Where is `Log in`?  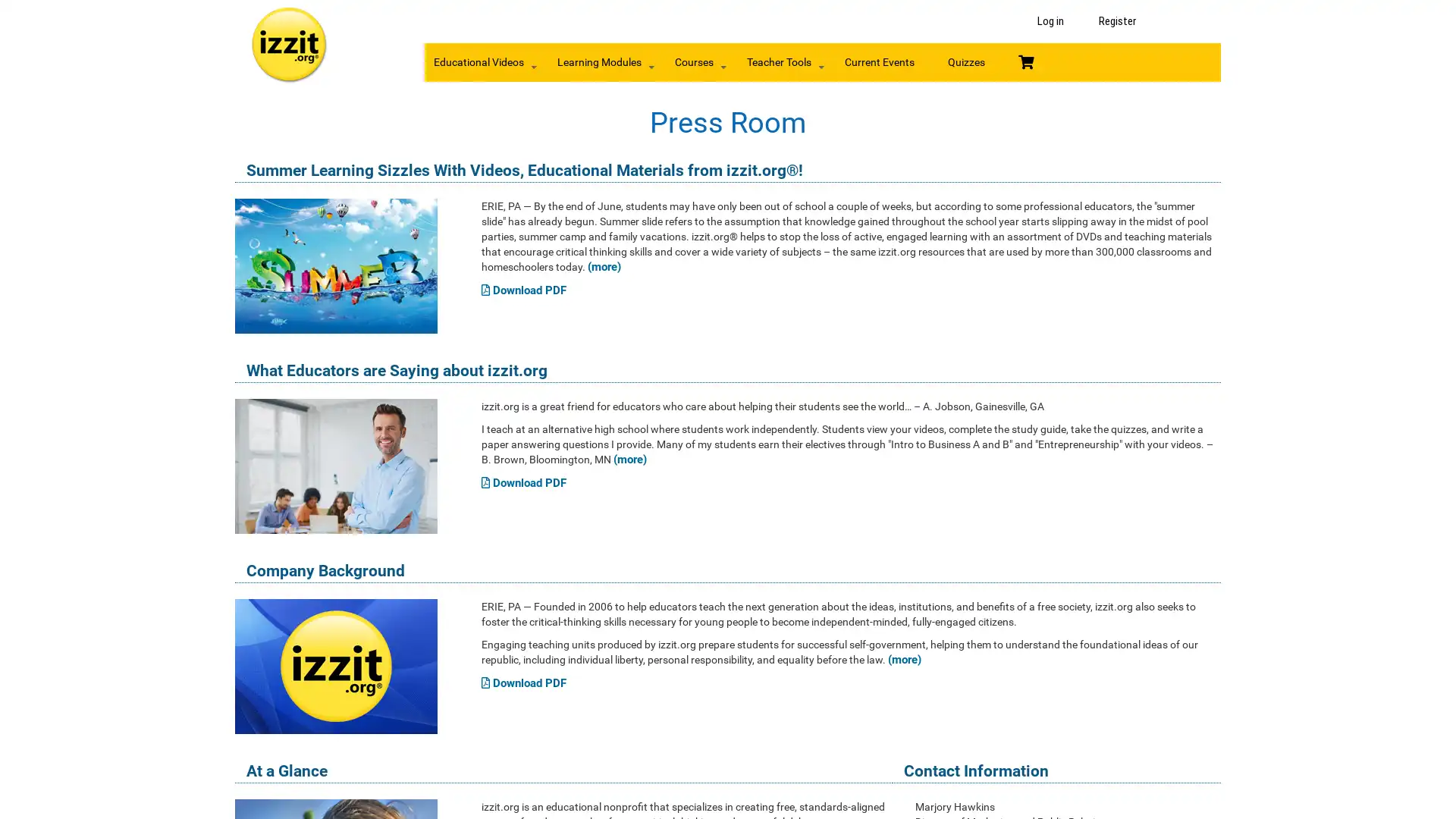 Log in is located at coordinates (1050, 21).